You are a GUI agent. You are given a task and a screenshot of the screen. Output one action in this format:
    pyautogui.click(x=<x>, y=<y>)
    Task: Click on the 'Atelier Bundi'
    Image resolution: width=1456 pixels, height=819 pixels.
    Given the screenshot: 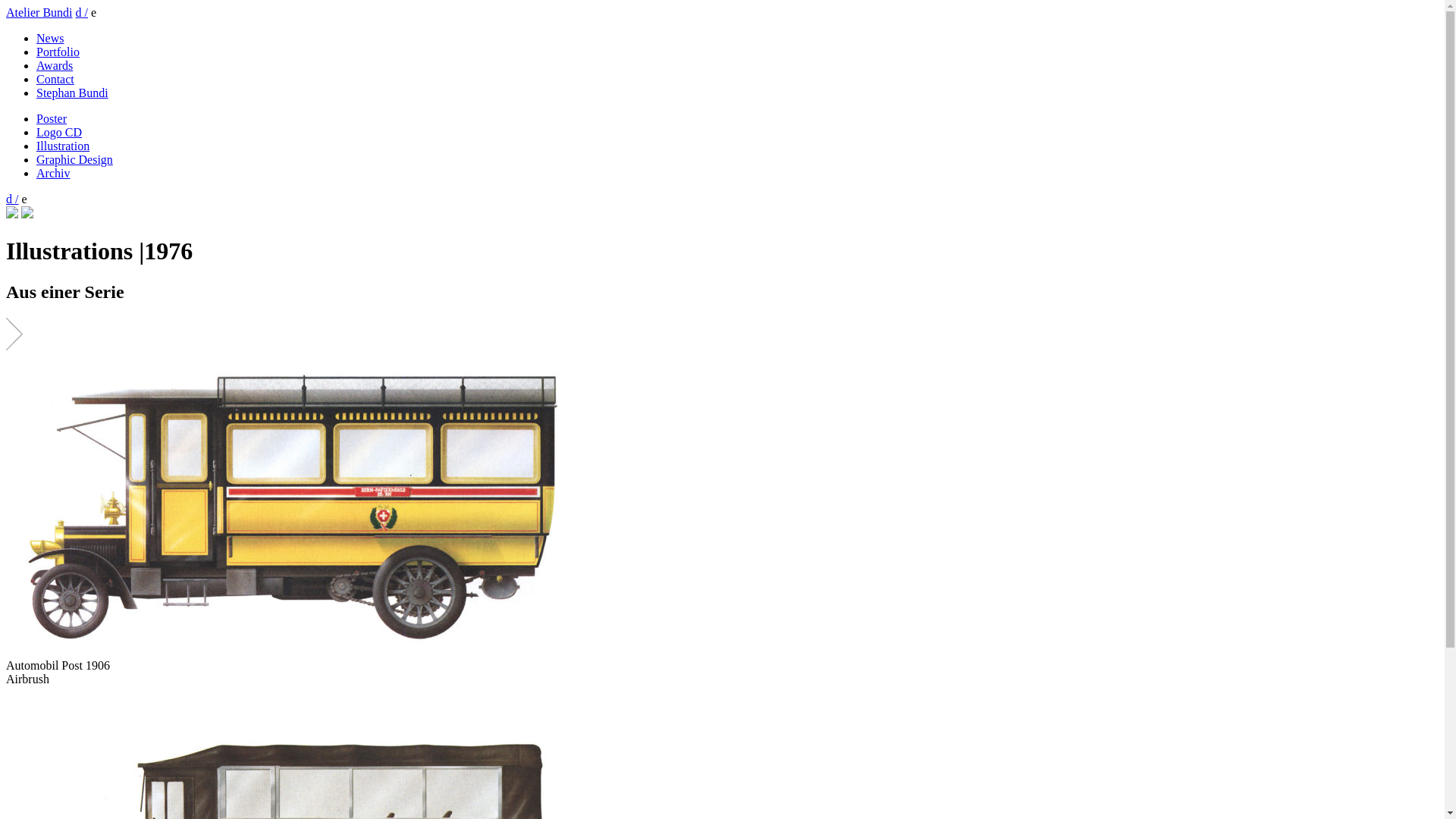 What is the action you would take?
    pyautogui.click(x=6, y=12)
    